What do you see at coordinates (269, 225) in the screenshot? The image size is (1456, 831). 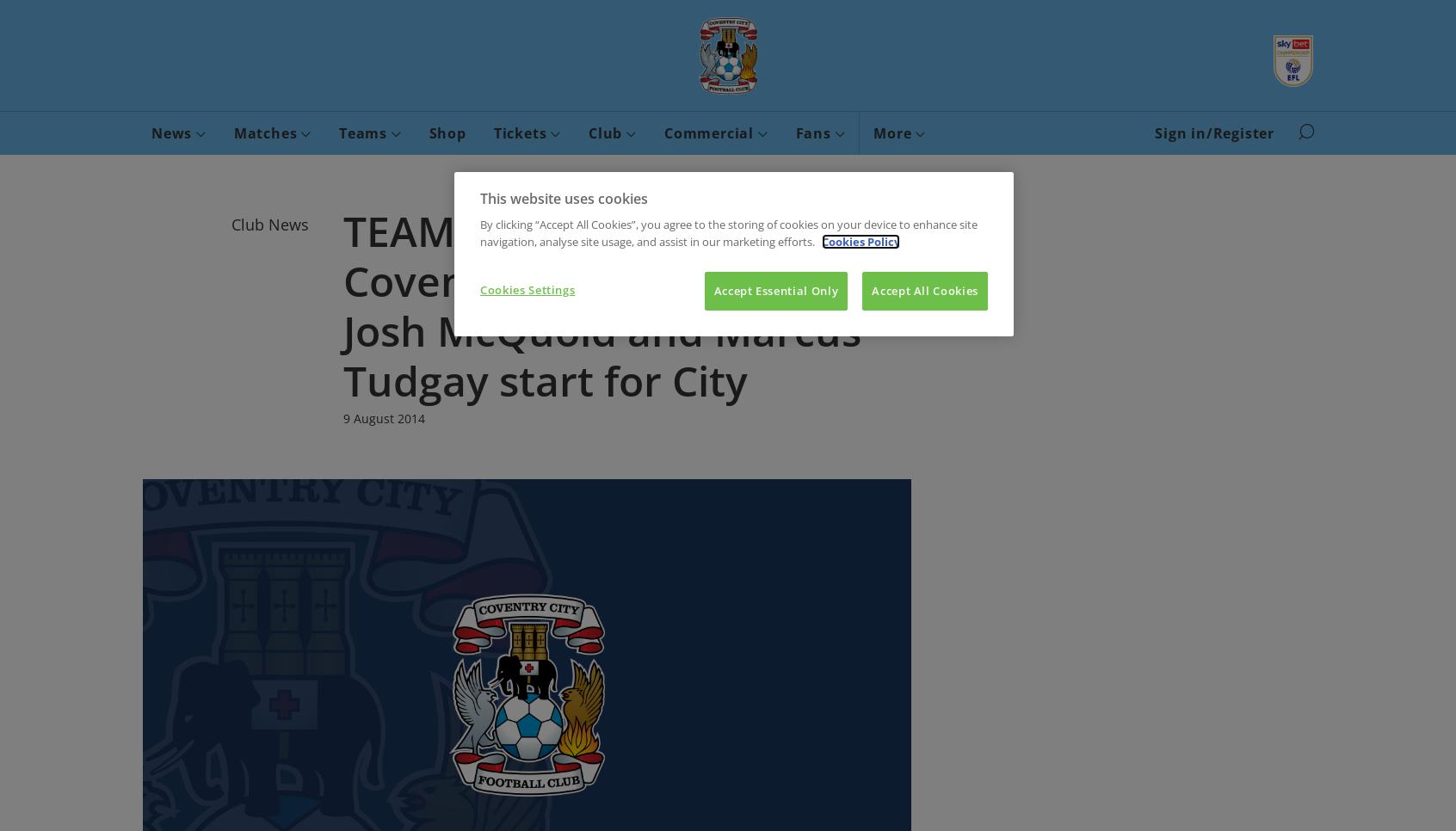 I see `'Club News'` at bounding box center [269, 225].